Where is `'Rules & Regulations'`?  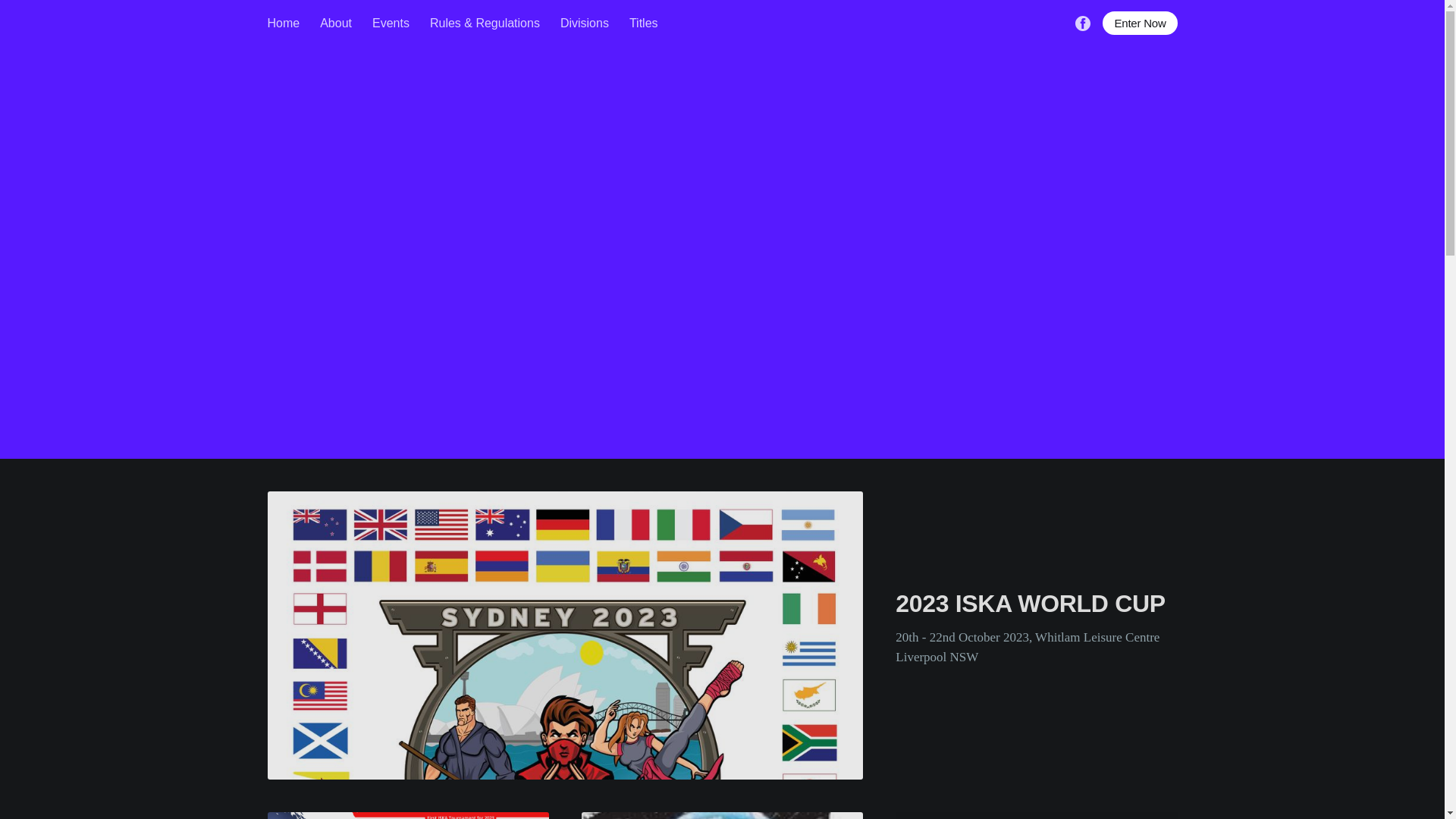 'Rules & Regulations' is located at coordinates (484, 23).